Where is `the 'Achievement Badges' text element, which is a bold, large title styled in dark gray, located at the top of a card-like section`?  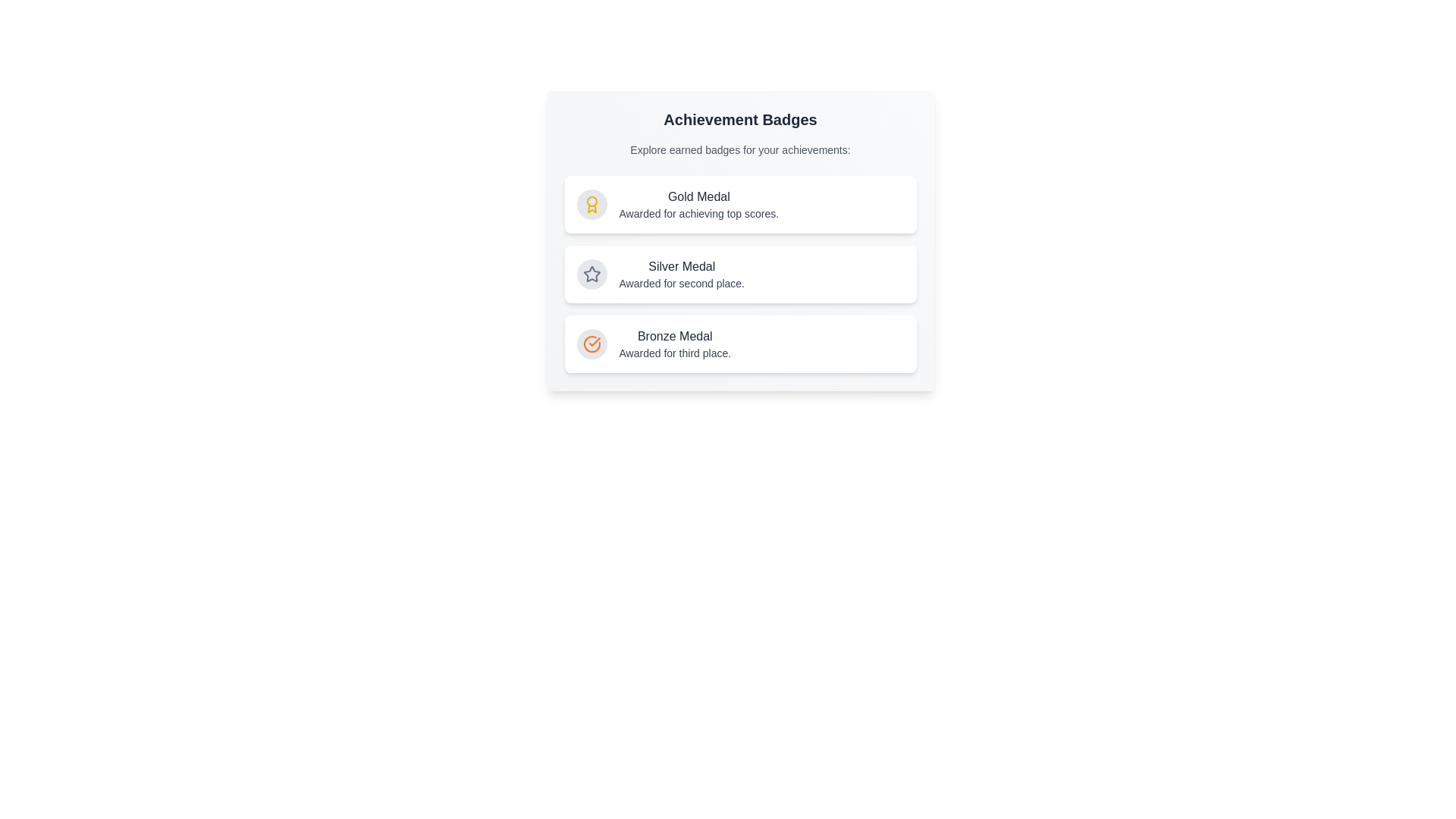 the 'Achievement Badges' text element, which is a bold, large title styled in dark gray, located at the top of a card-like section is located at coordinates (740, 119).